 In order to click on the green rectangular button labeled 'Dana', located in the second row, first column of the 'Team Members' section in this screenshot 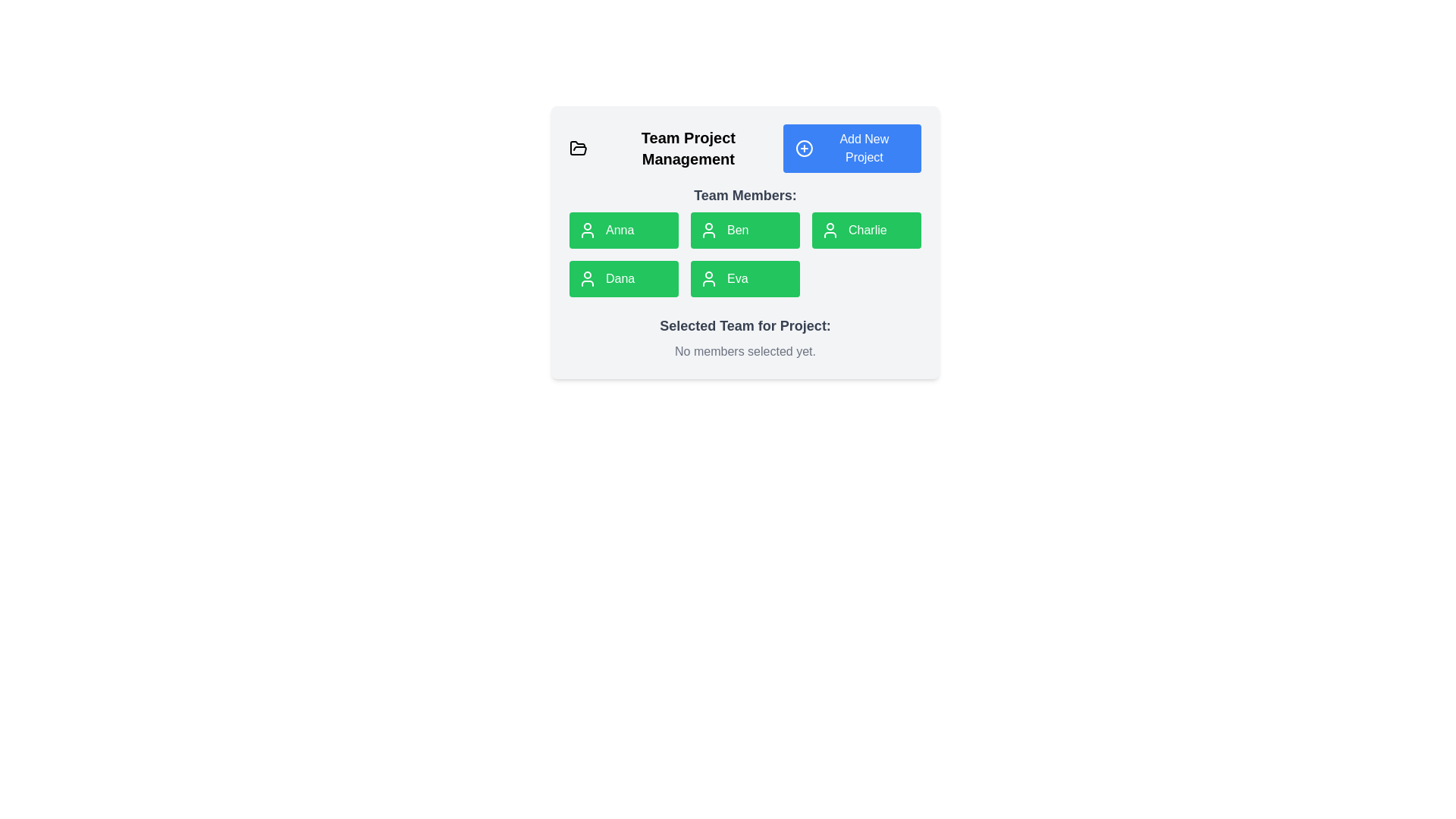, I will do `click(623, 278)`.